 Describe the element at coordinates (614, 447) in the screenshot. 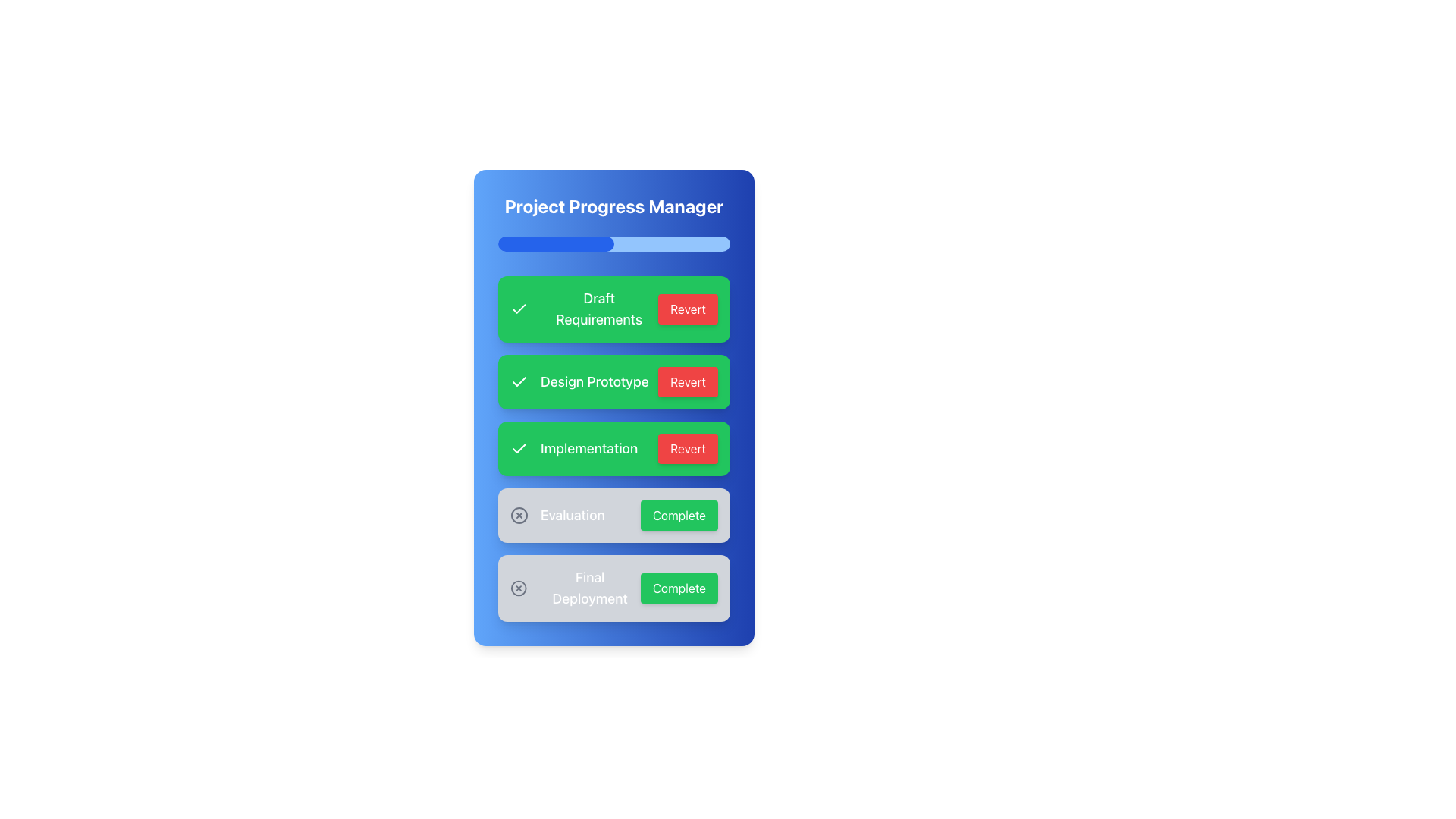

I see `the 'Implementation' label in the green rectangular box` at that location.